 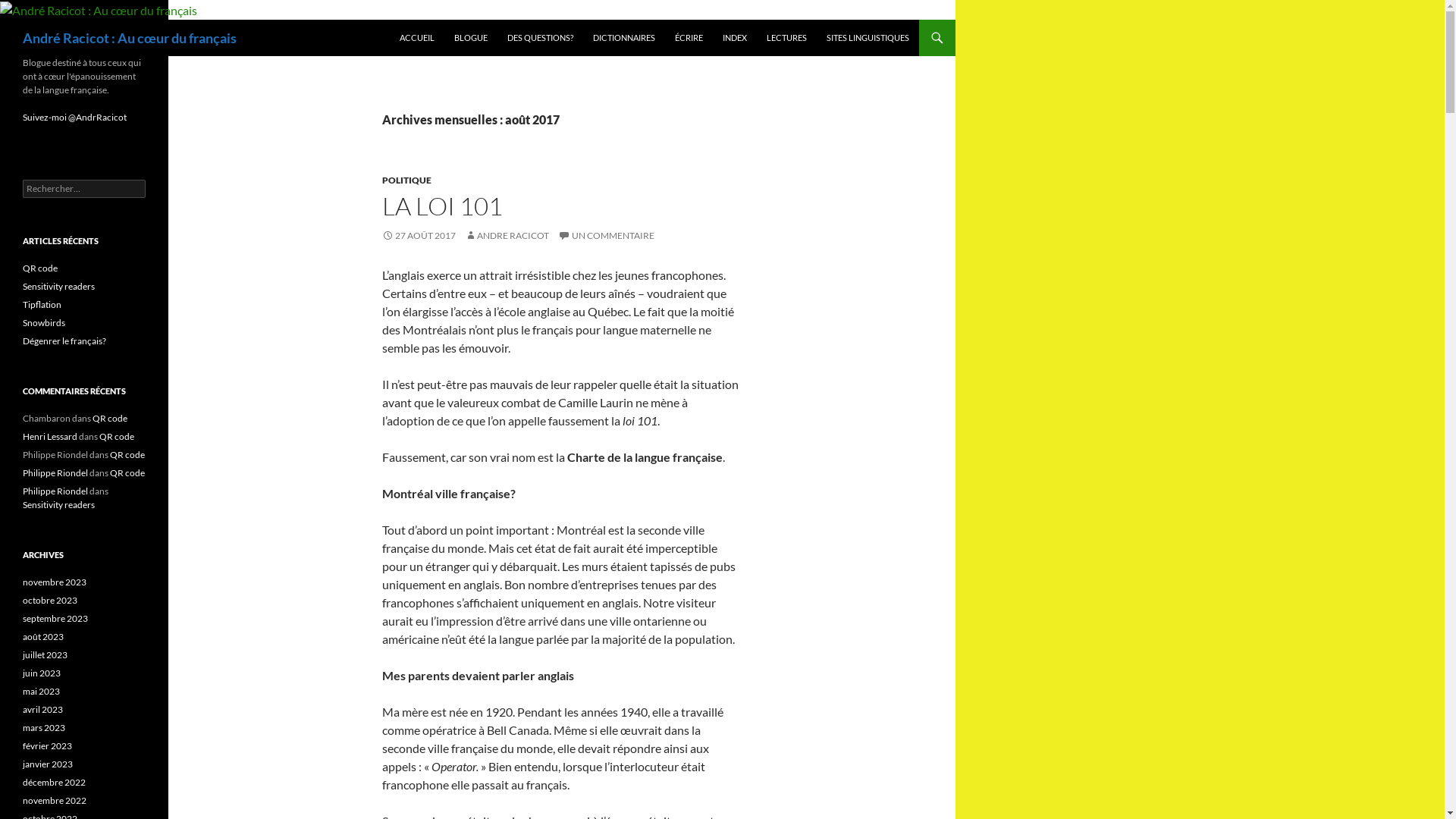 What do you see at coordinates (41, 672) in the screenshot?
I see `'juin 2023'` at bounding box center [41, 672].